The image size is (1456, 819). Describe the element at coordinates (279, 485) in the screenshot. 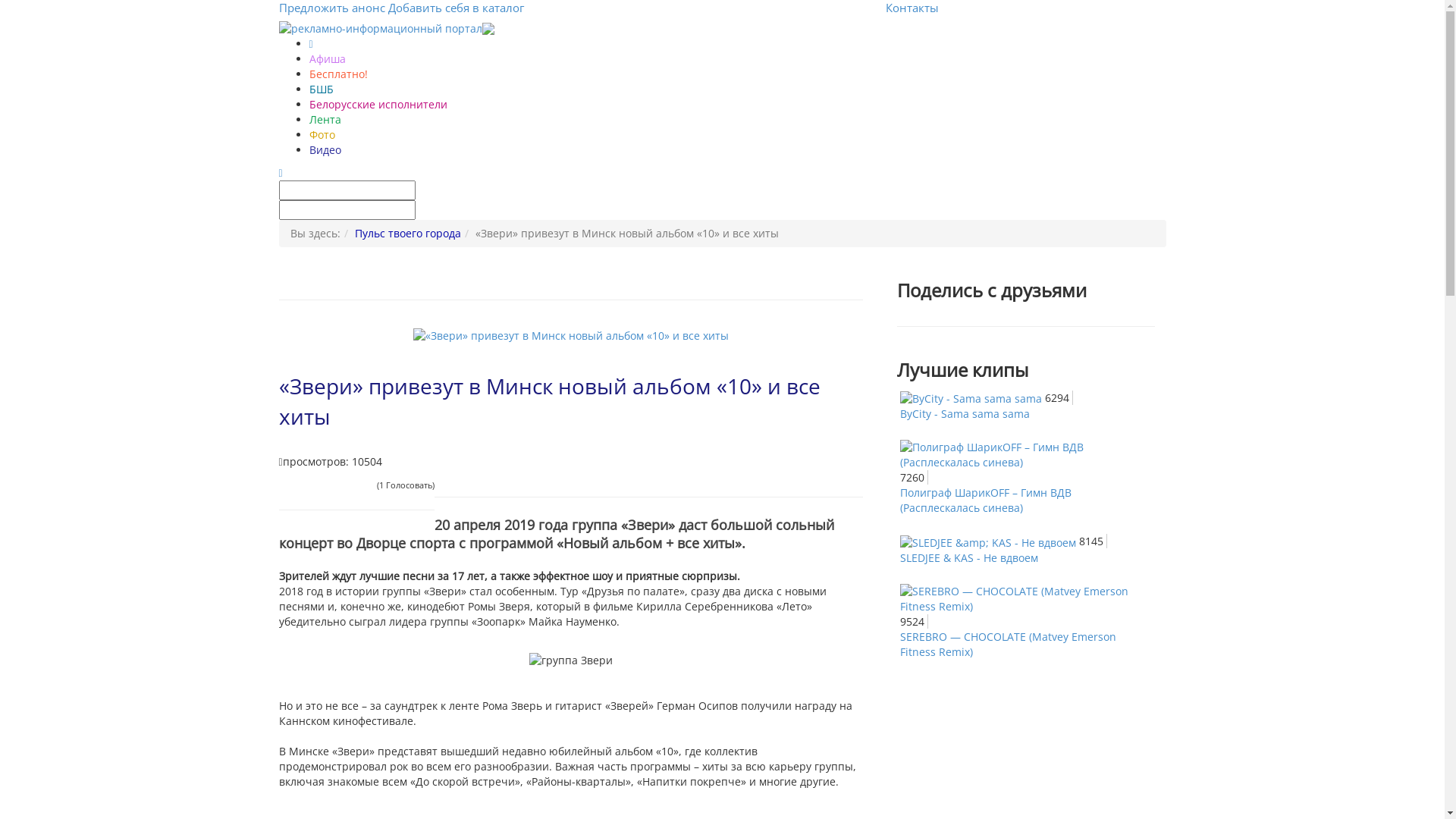

I see `'4'` at that location.